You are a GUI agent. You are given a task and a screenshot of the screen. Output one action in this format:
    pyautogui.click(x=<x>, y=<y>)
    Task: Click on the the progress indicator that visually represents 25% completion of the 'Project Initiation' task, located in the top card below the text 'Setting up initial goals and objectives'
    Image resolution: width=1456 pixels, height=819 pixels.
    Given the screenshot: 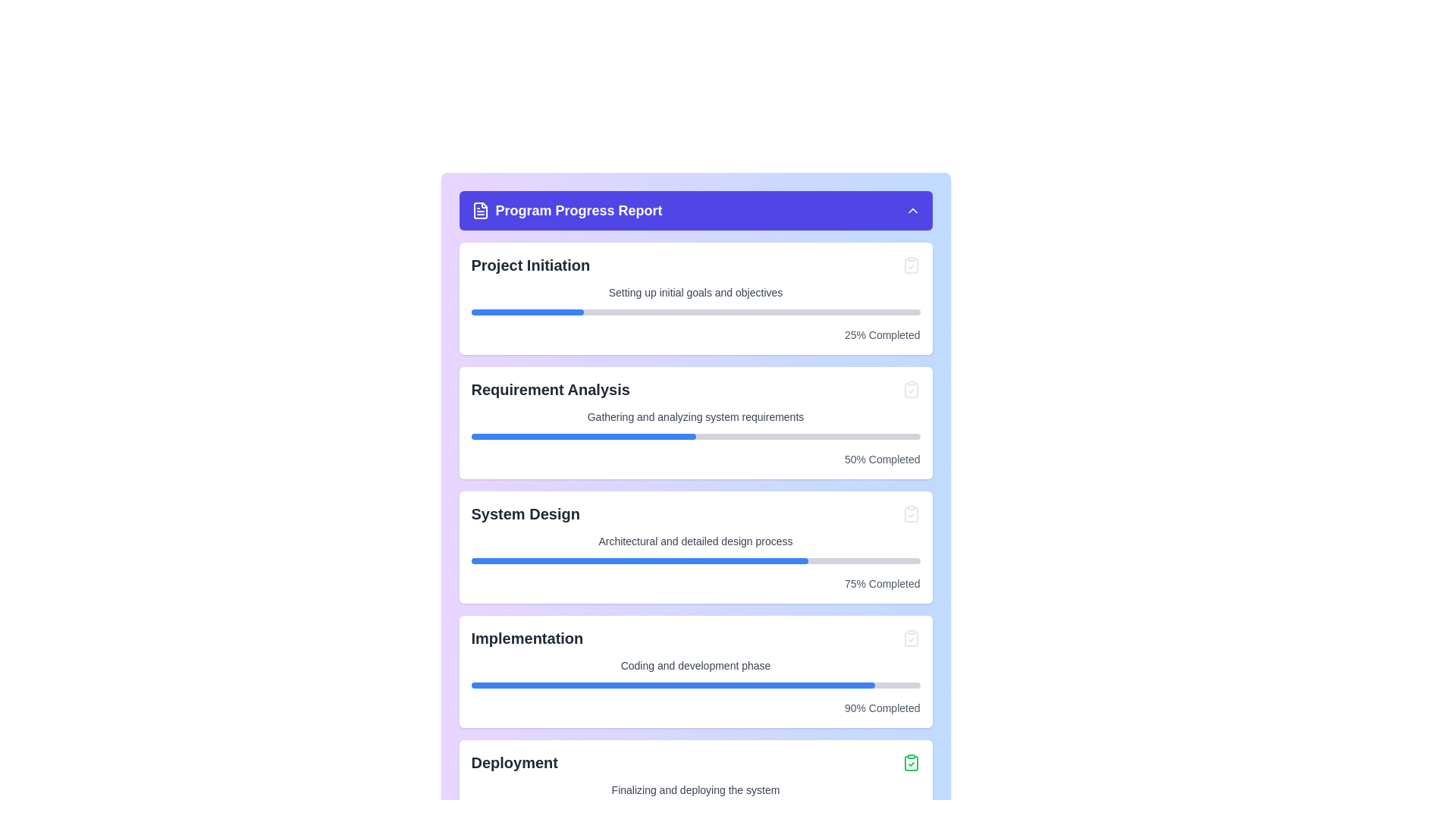 What is the action you would take?
    pyautogui.click(x=527, y=312)
    